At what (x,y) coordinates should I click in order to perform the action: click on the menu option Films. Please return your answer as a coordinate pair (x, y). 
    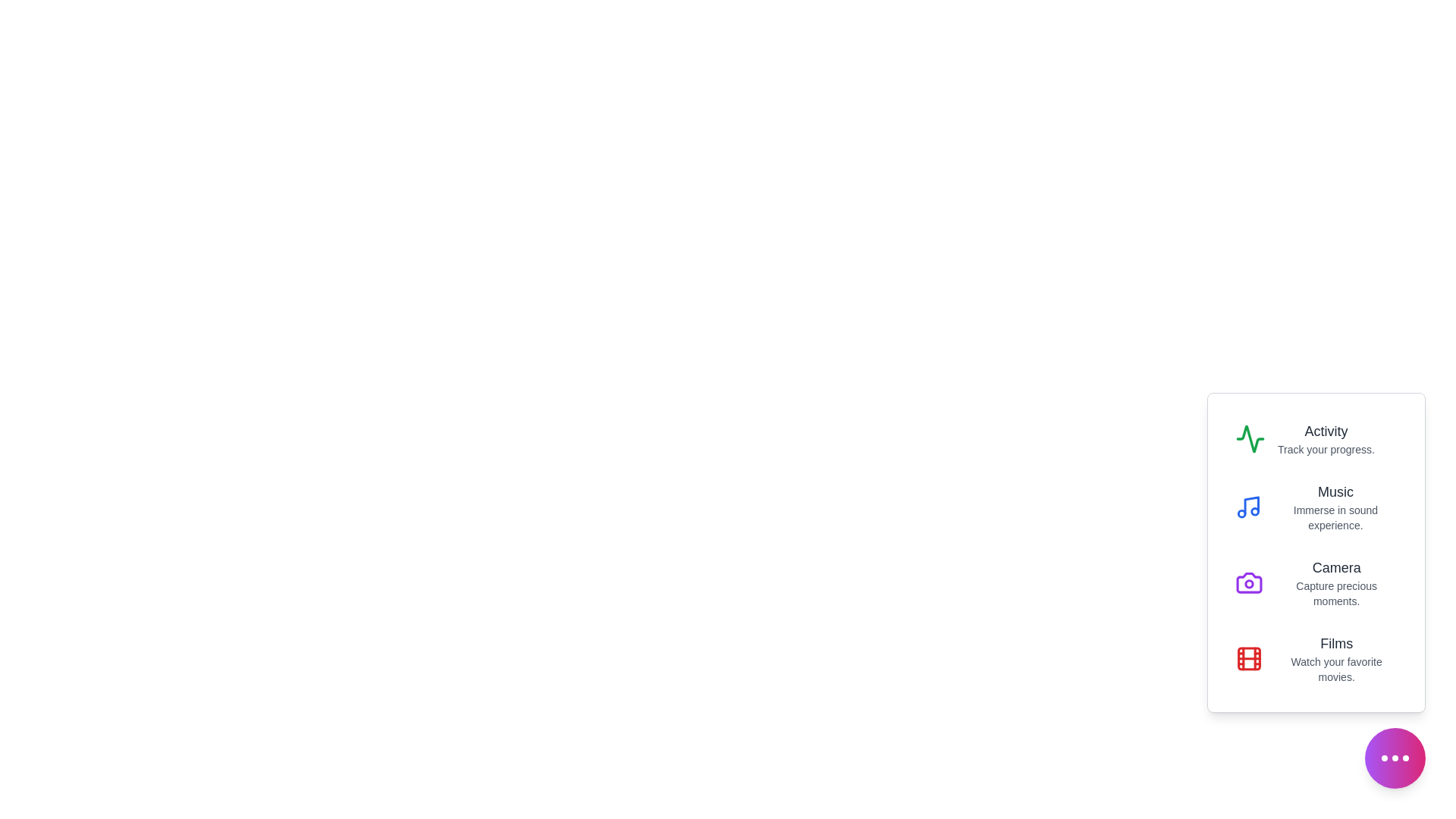
    Looking at the image, I should click on (1316, 657).